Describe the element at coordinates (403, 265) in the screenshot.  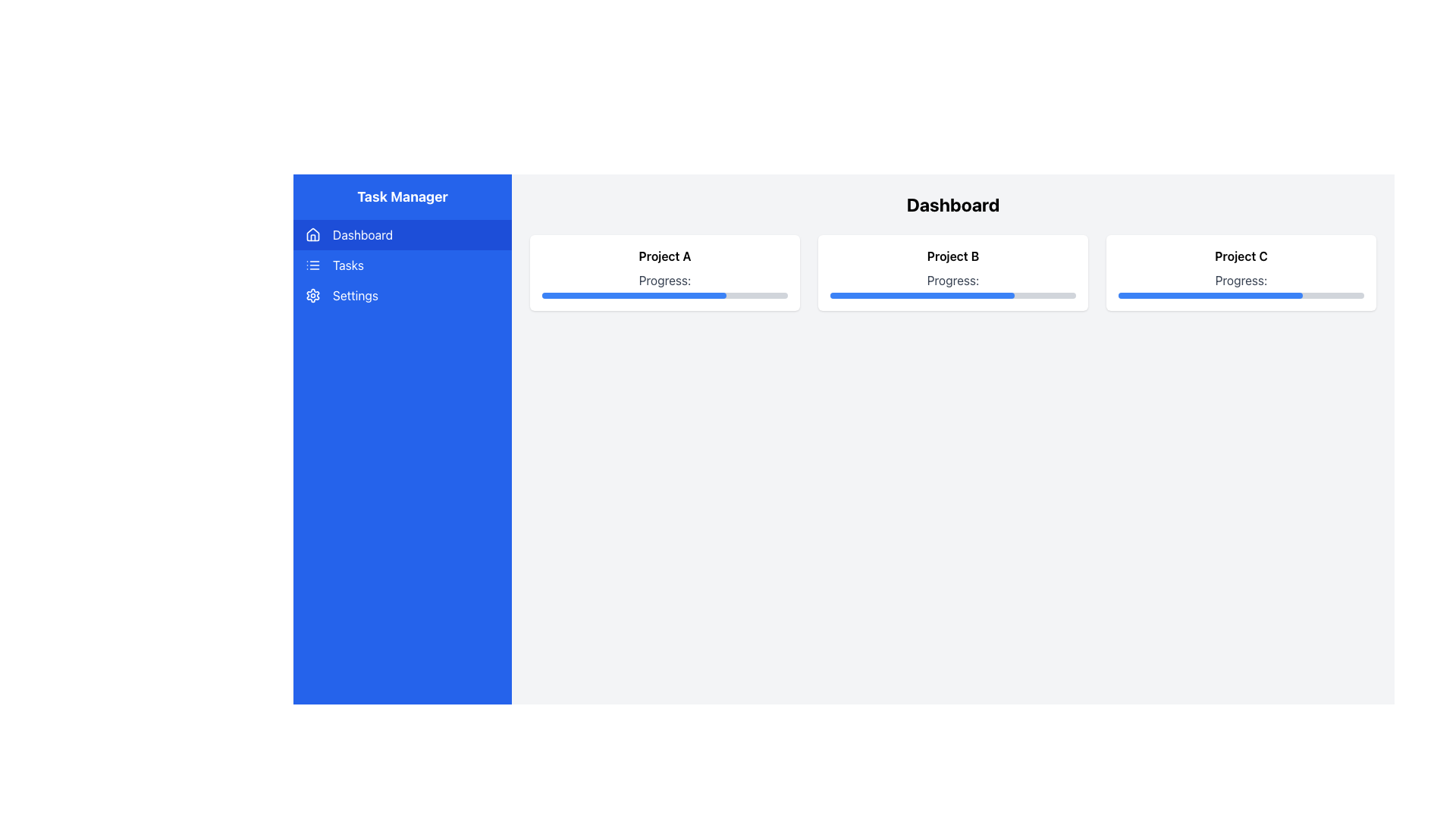
I see `the navigation button for the task management section, located in the vertical menu below the 'Dashboard' button and above the 'Settings' button, to trigger the hover background effect` at that location.